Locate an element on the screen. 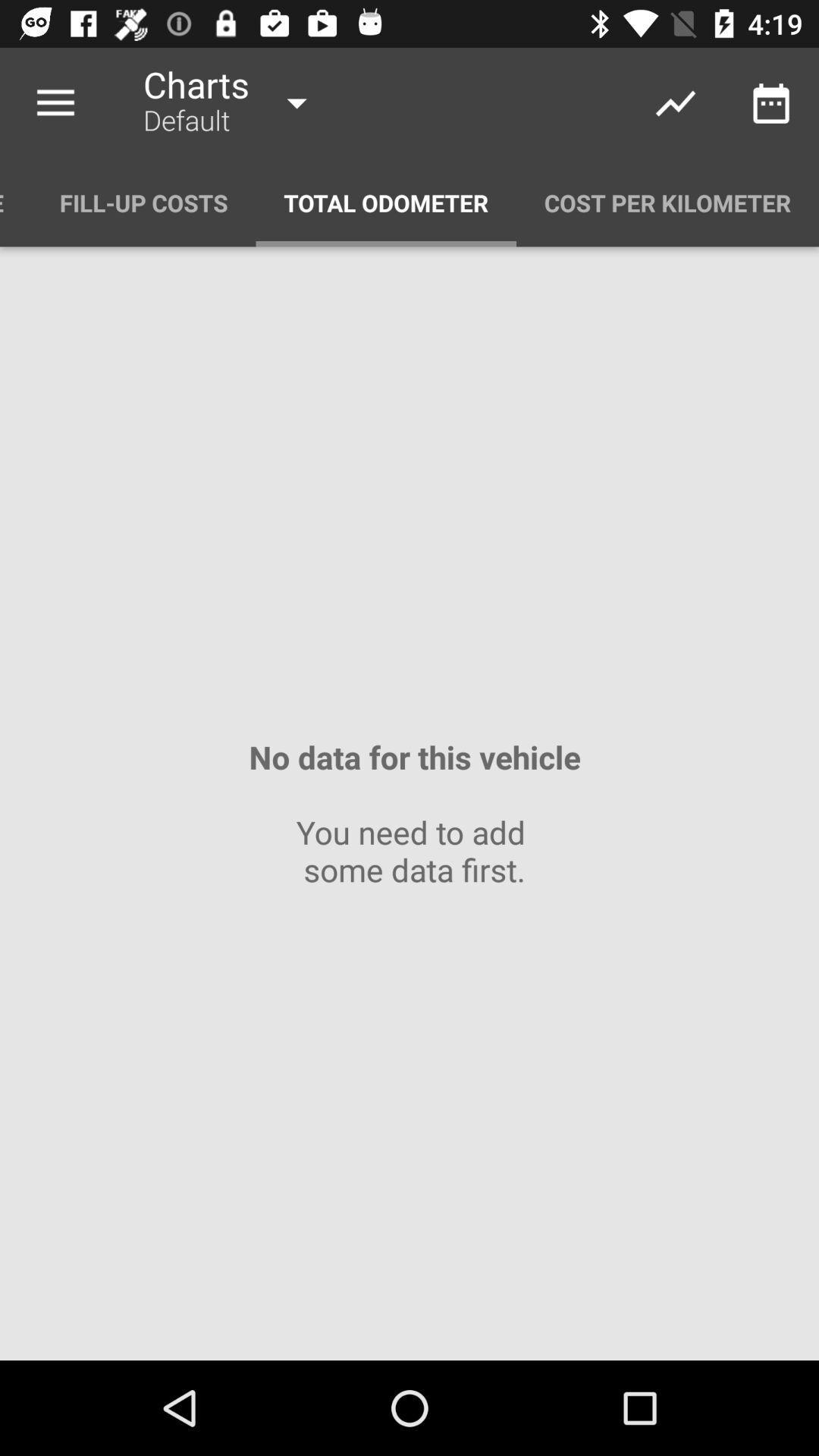  the icon to the left of the cost per kilometer is located at coordinates (385, 202).